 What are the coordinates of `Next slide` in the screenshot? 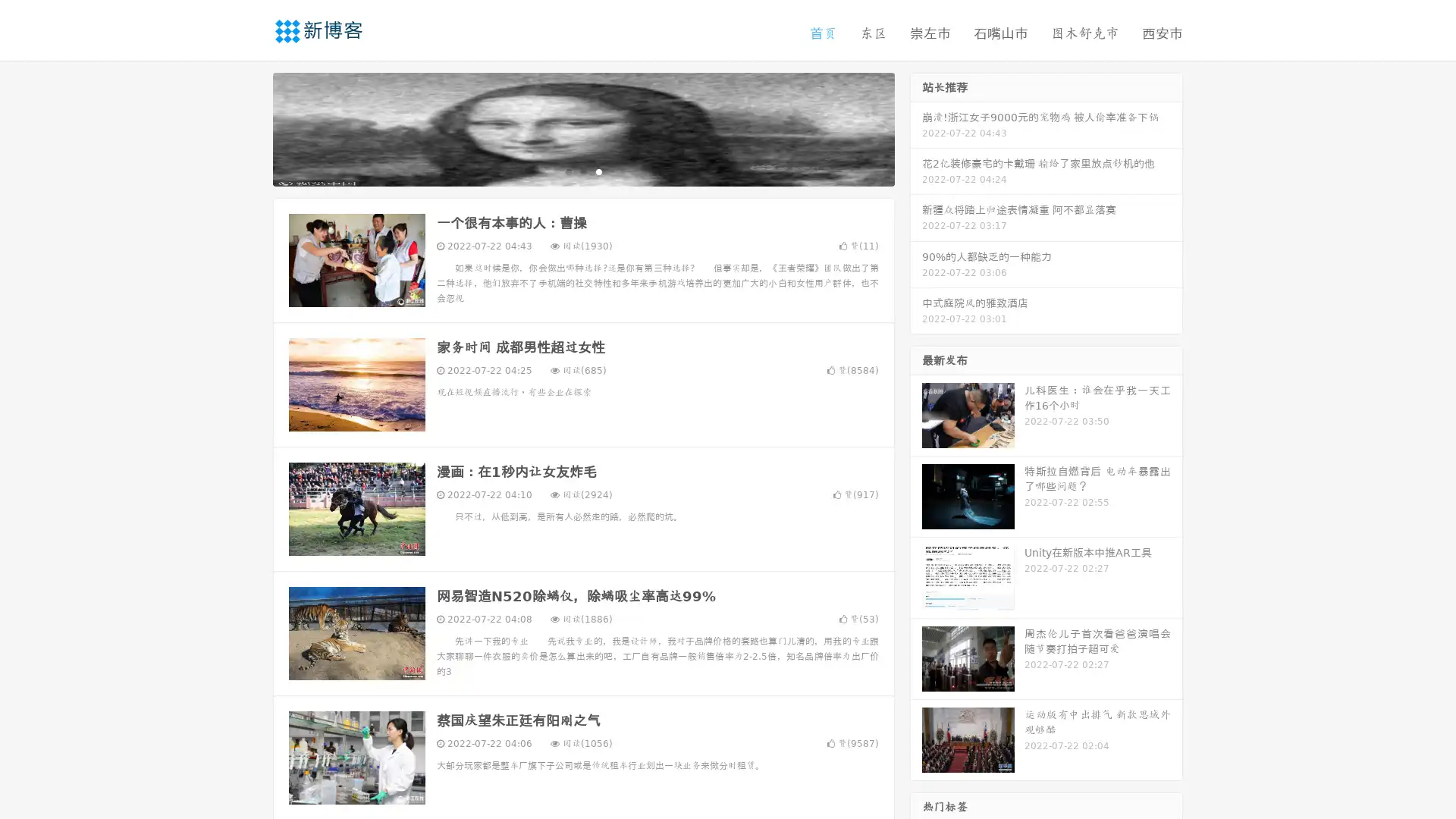 It's located at (916, 127).